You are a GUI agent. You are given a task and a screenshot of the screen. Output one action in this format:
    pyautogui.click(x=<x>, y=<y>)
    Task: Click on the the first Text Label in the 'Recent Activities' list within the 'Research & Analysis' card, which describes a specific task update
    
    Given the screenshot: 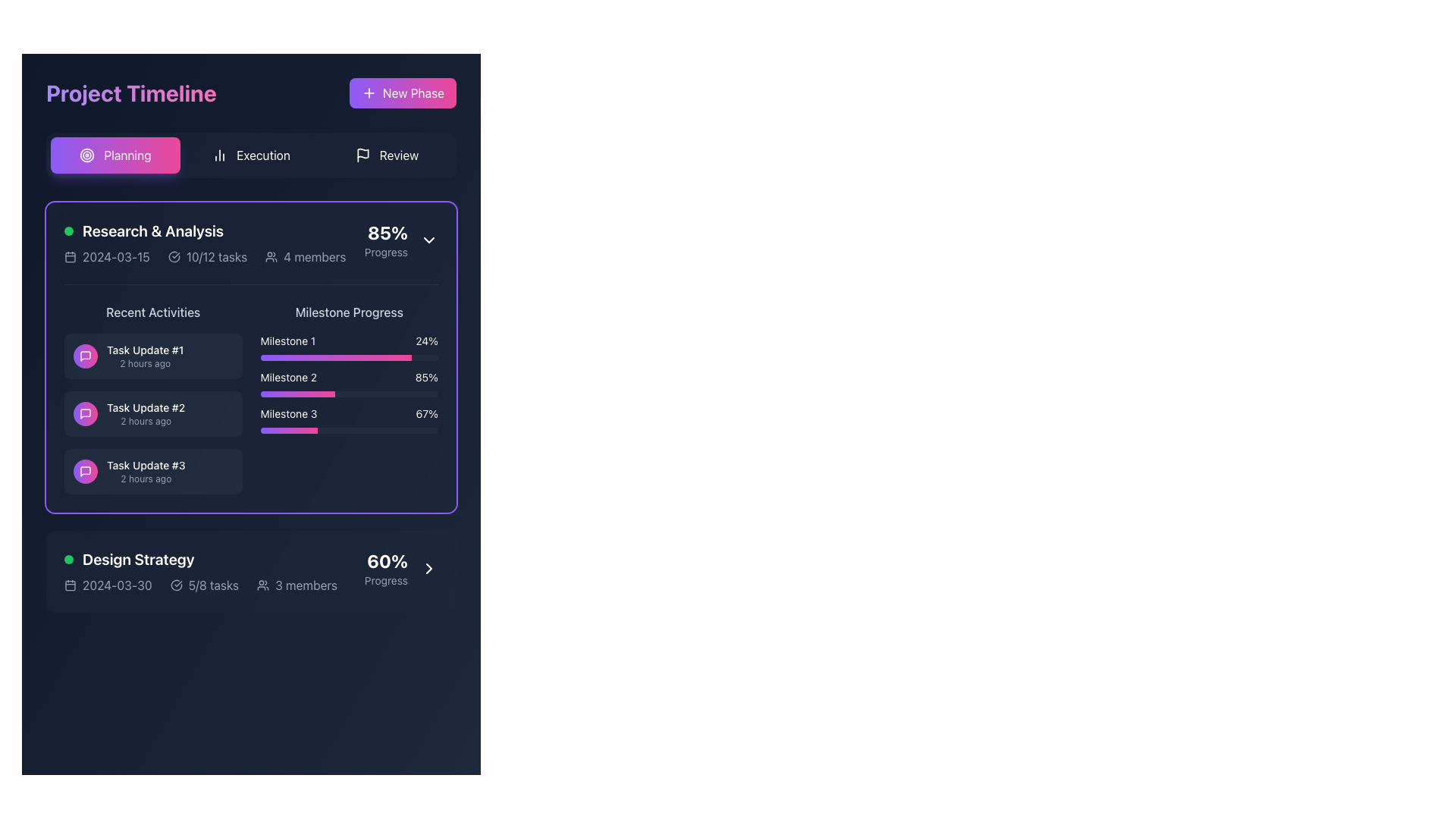 What is the action you would take?
    pyautogui.click(x=145, y=350)
    